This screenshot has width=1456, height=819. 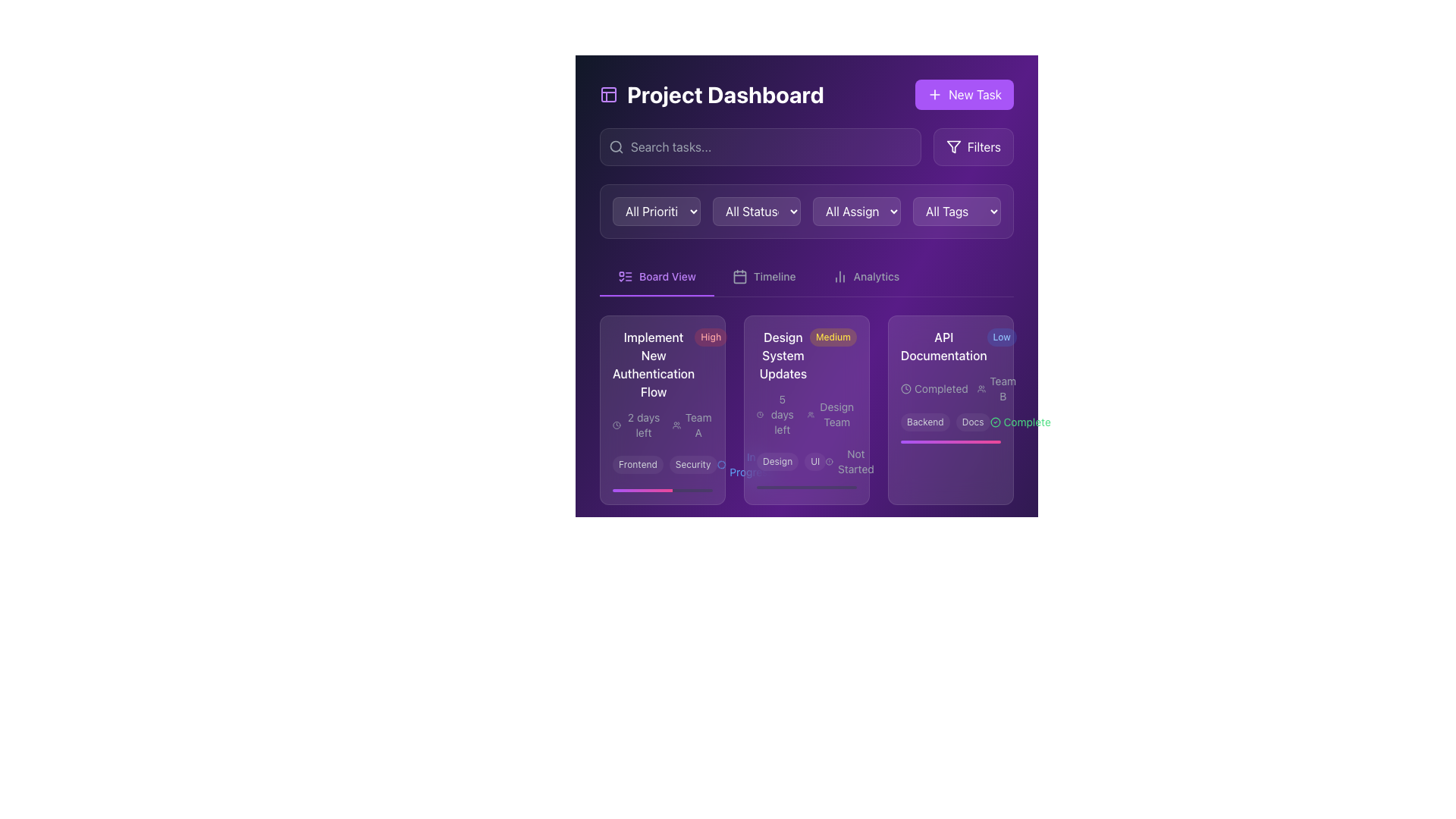 I want to click on the circular SVG element that is part of the magnifying glass icon located within the search input bar, situated near the top-left corner of the interface, so click(x=616, y=146).